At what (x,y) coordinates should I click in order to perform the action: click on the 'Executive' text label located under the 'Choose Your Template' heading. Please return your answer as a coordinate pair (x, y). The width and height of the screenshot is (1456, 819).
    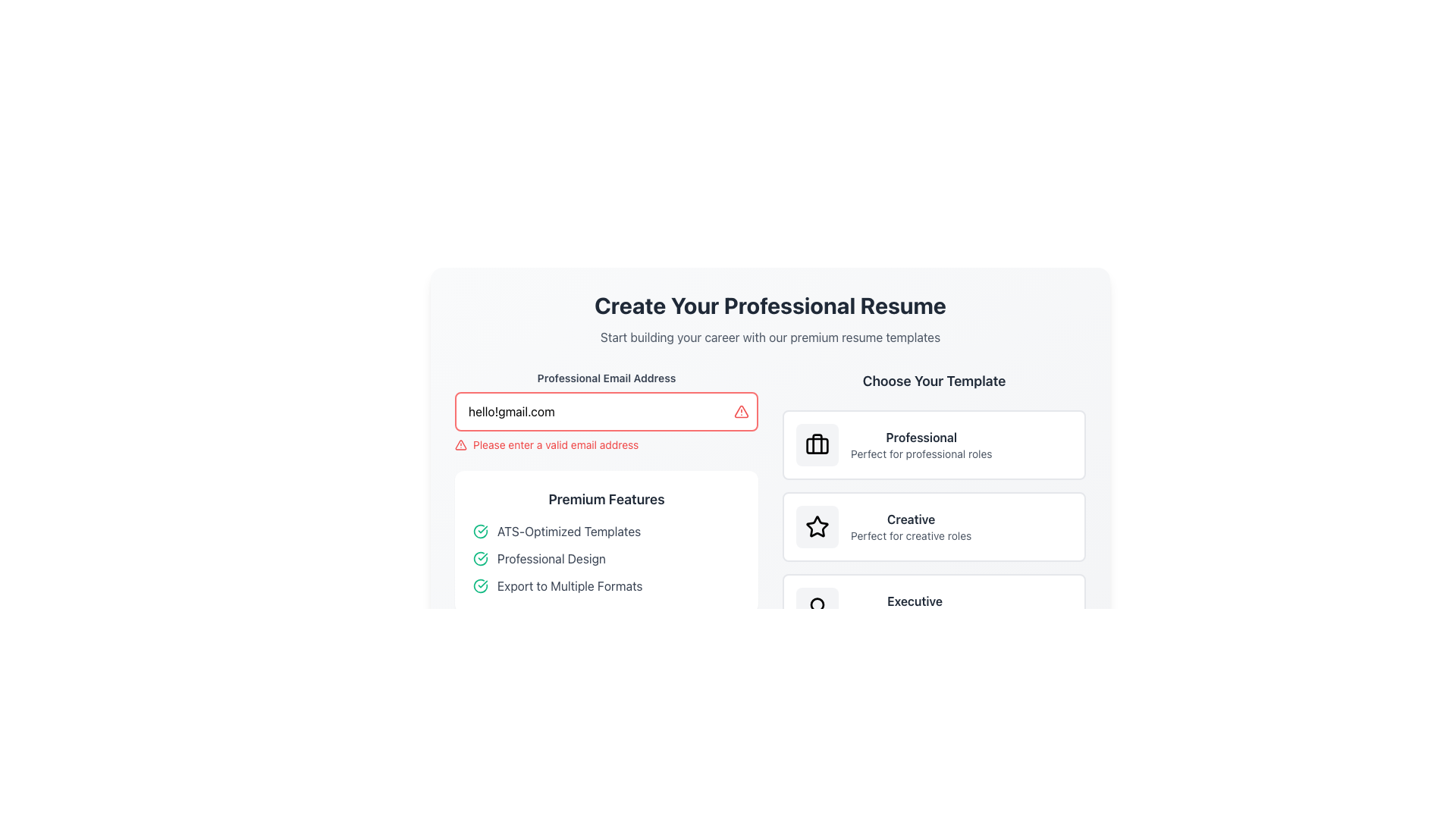
    Looking at the image, I should click on (914, 601).